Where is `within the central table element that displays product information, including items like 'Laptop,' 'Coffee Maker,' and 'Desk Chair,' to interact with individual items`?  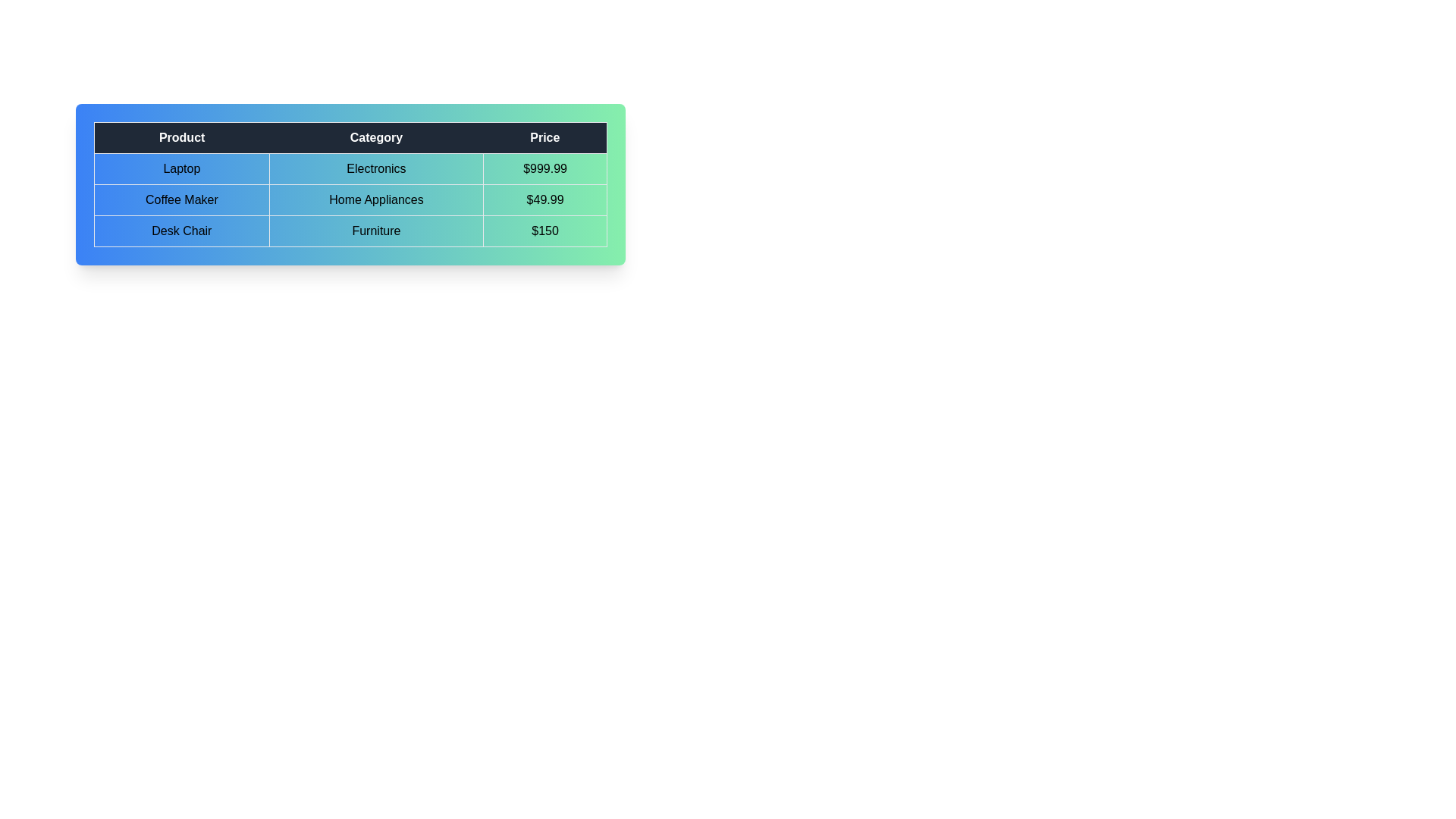
within the central table element that displays product information, including items like 'Laptop,' 'Coffee Maker,' and 'Desk Chair,' to interact with individual items is located at coordinates (350, 184).